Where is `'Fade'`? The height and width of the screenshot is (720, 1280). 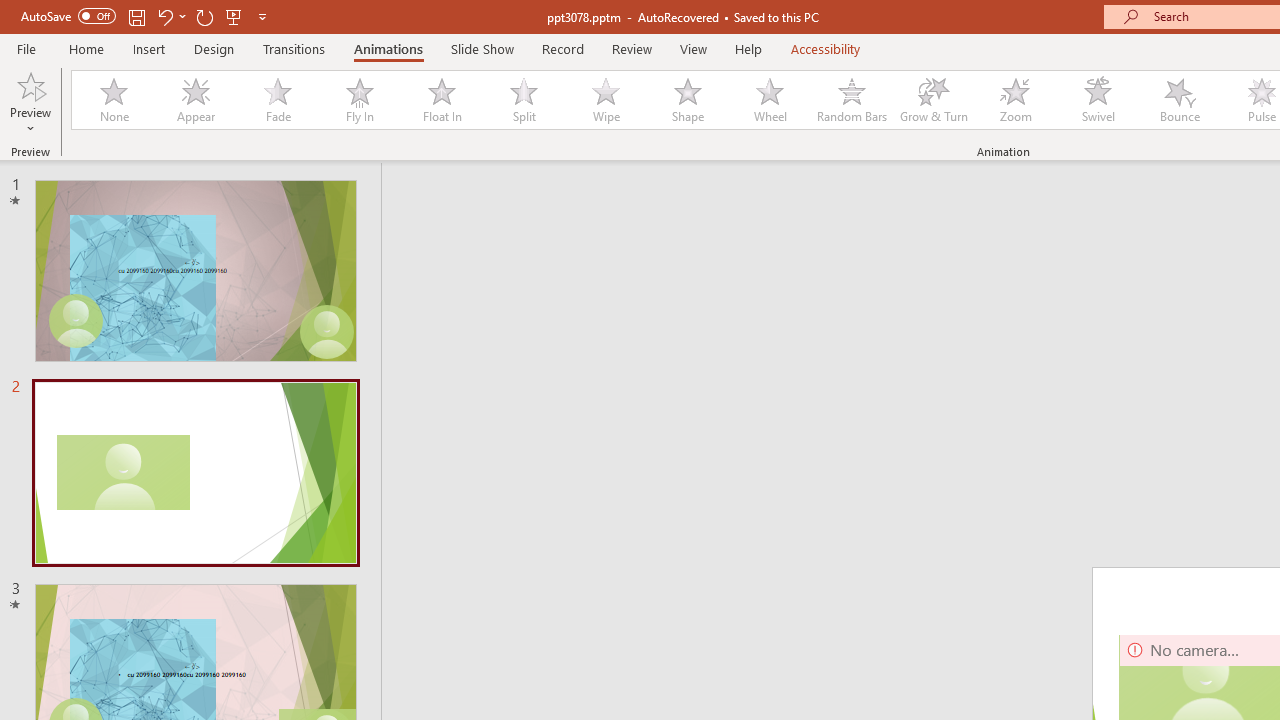
'Fade' is located at coordinates (276, 100).